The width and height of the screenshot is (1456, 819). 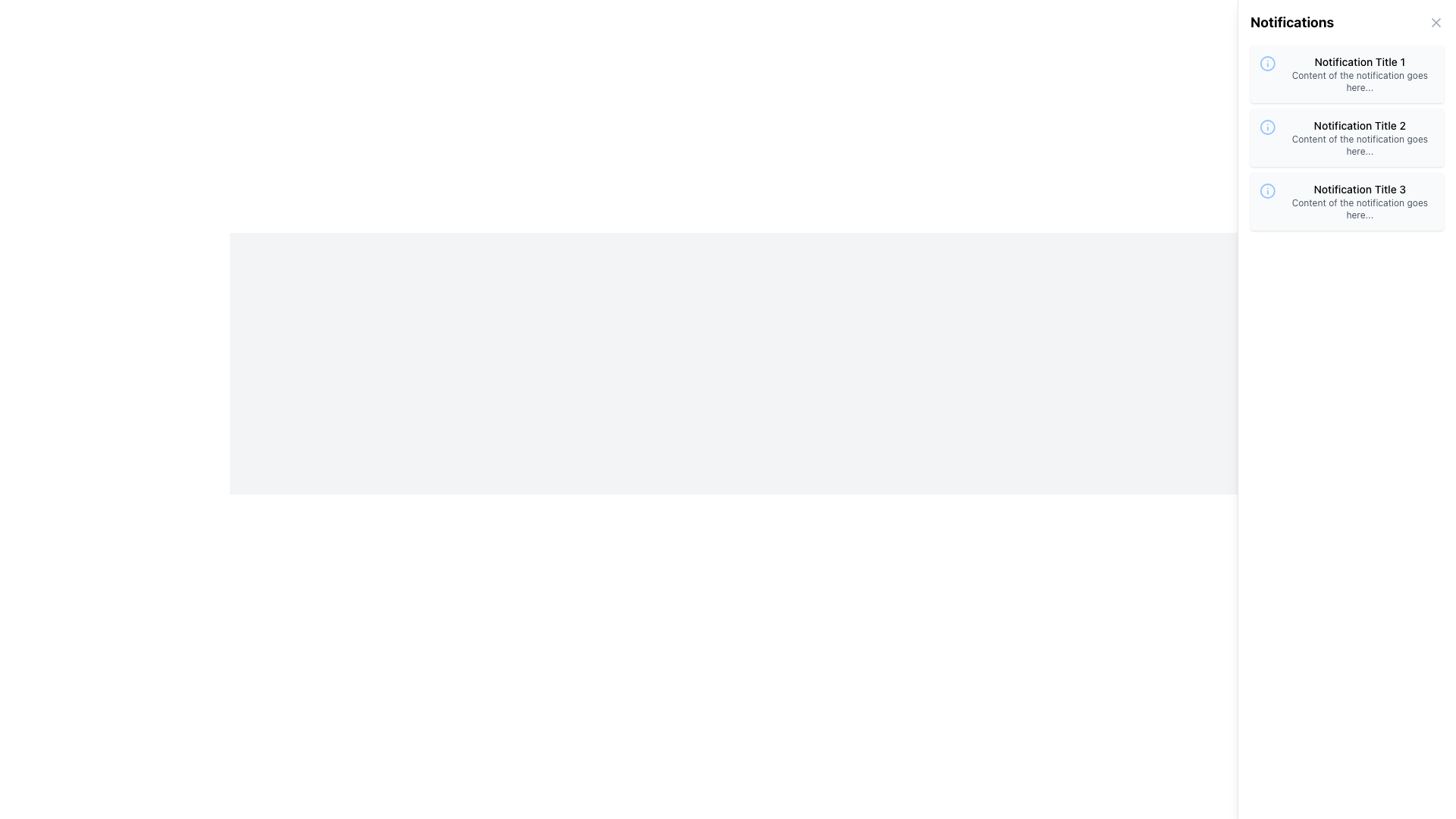 I want to click on the third notification in the notification panel, so click(x=1347, y=201).